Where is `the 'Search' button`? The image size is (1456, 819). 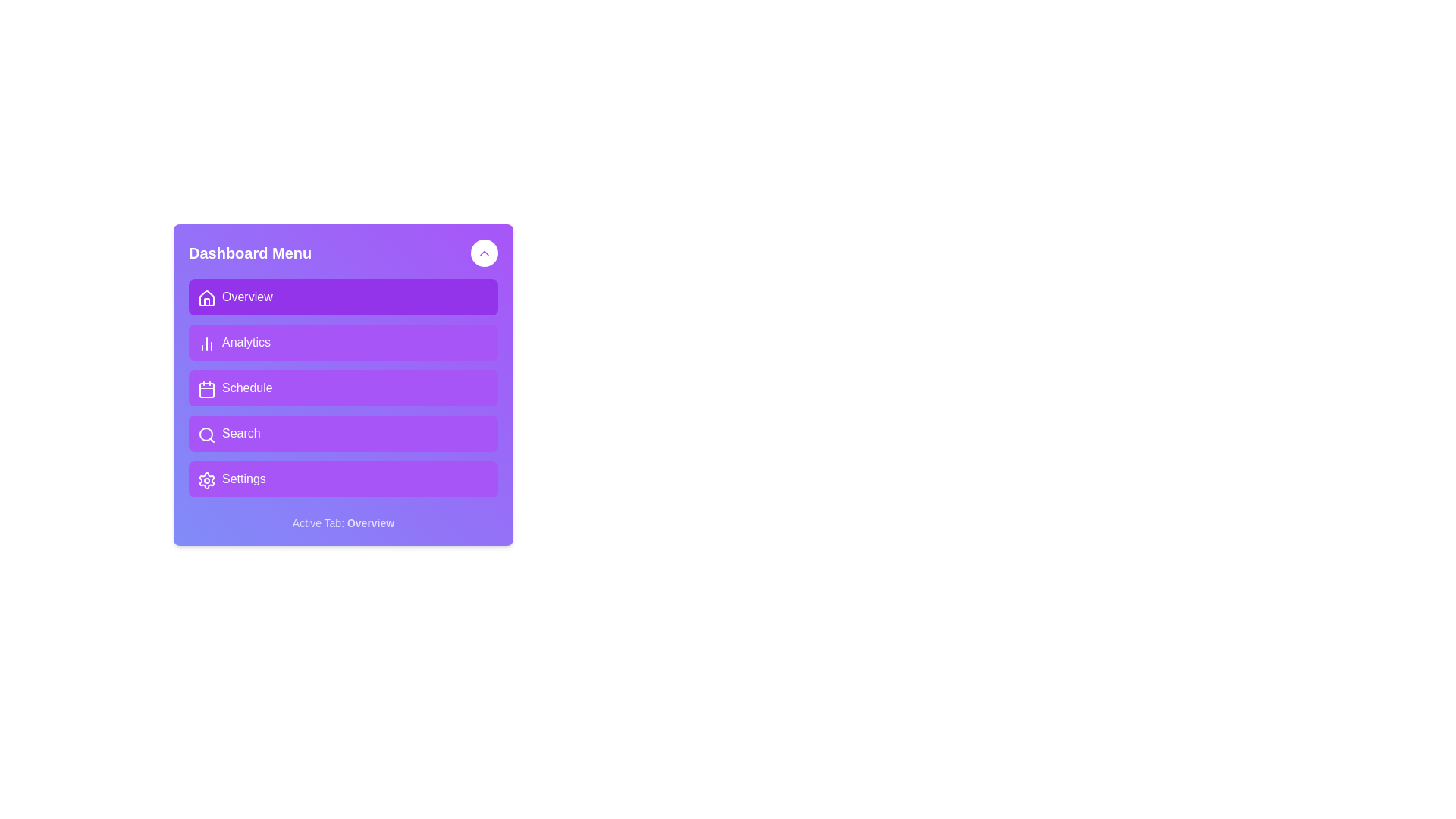
the 'Search' button is located at coordinates (342, 433).